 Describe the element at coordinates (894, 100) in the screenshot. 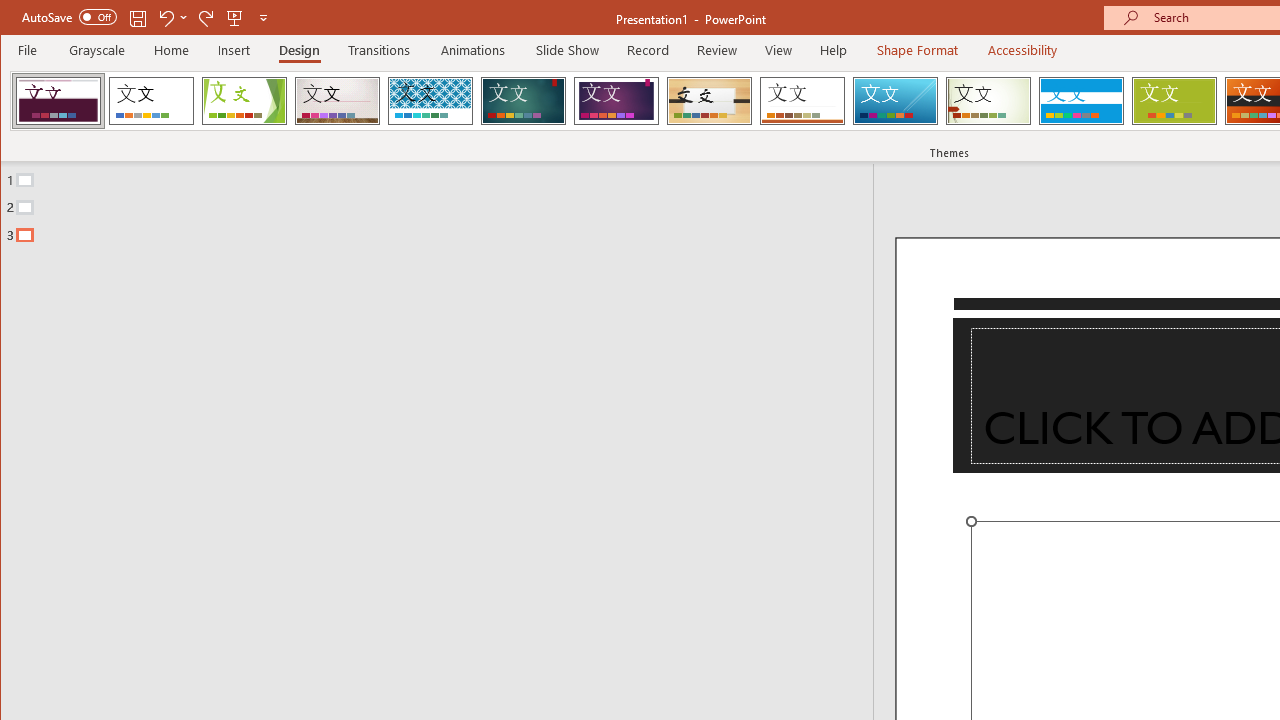

I see `'Slice'` at that location.